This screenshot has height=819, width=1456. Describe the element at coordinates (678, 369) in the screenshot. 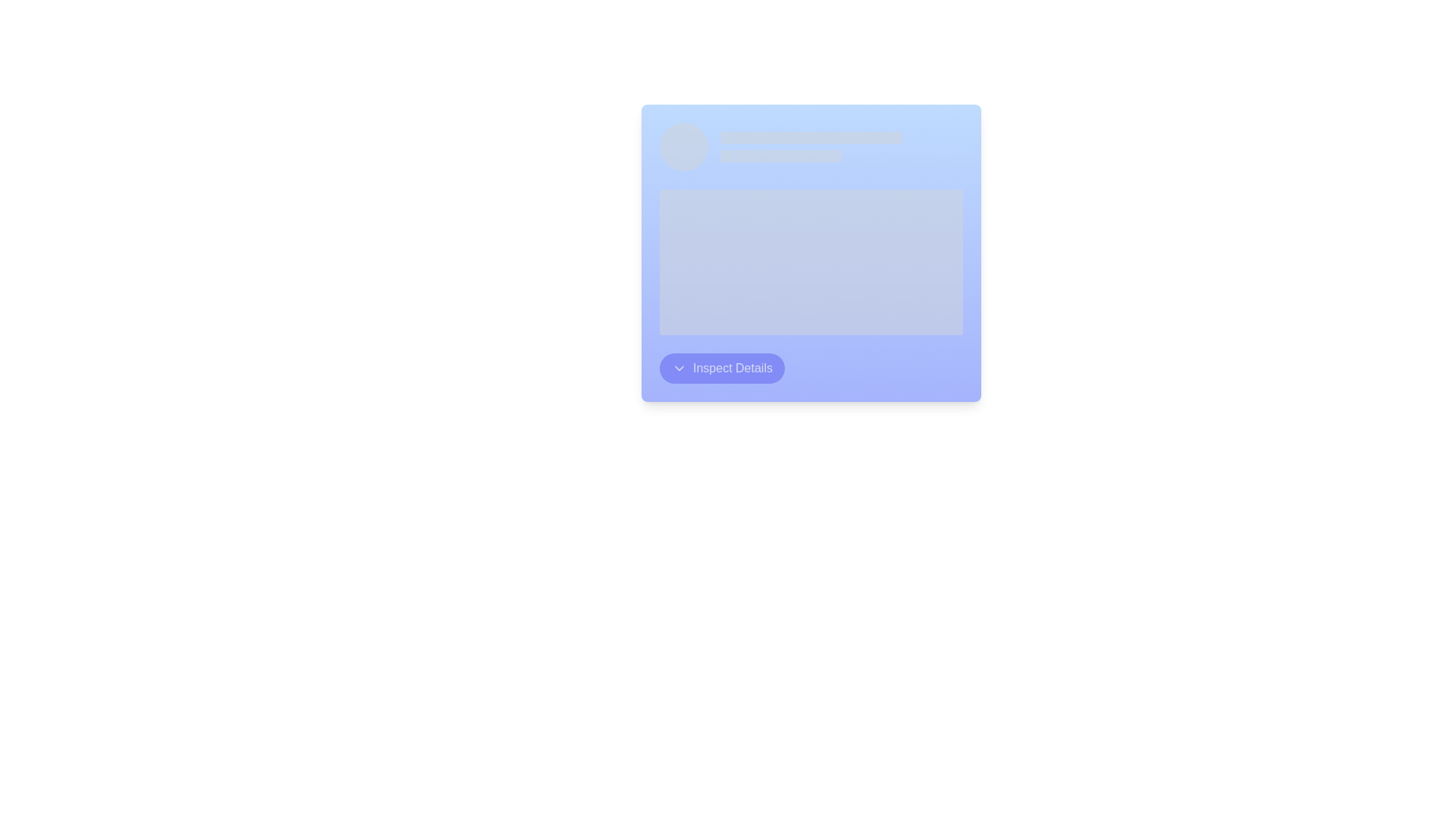

I see `the chevron-down indicator icon located to the left of the text within the 'Inspect Details' button, which is positioned in the lower-right section of its card element with a blue gradient background` at that location.